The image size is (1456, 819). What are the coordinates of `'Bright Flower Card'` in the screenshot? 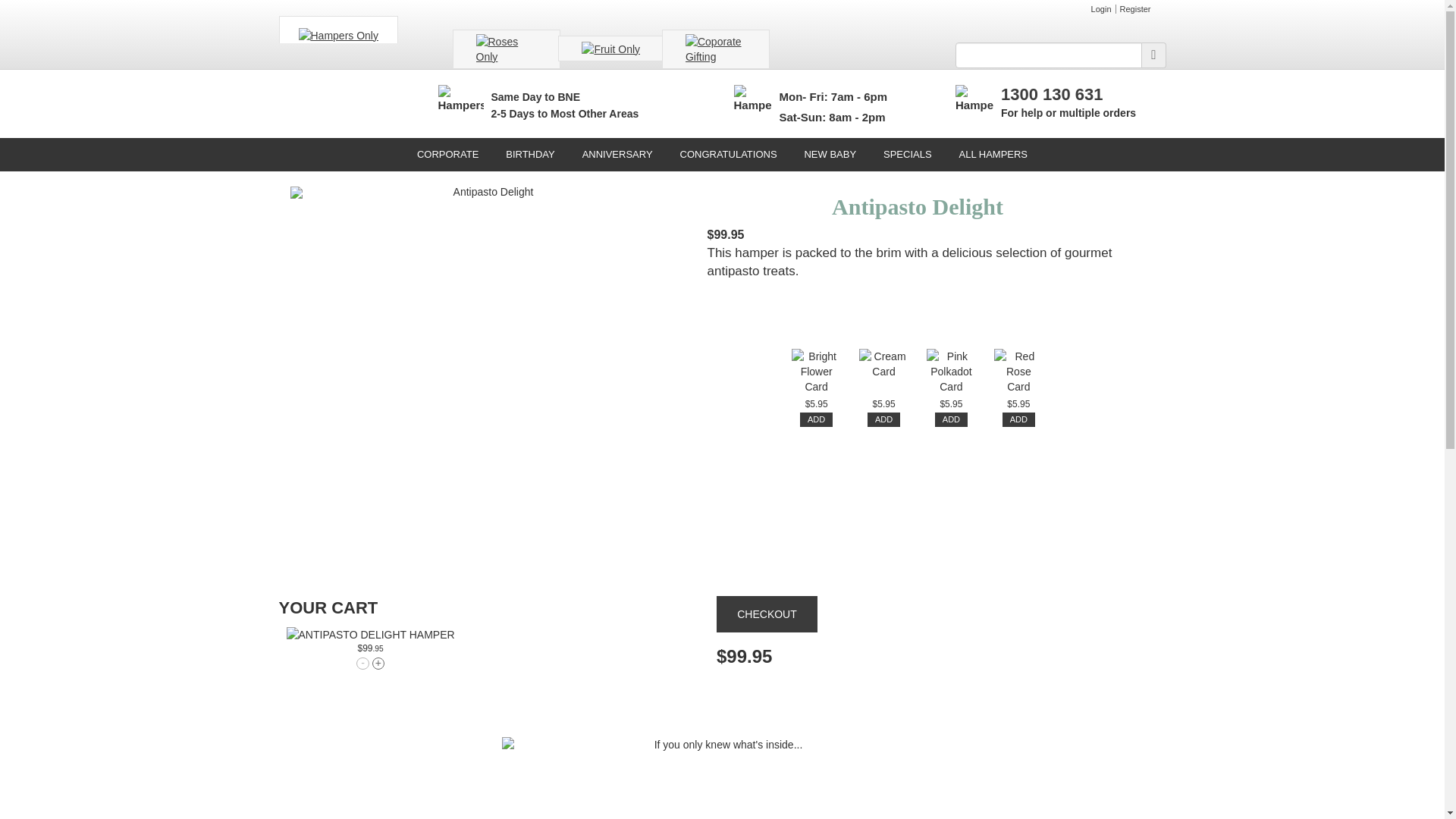 It's located at (815, 373).